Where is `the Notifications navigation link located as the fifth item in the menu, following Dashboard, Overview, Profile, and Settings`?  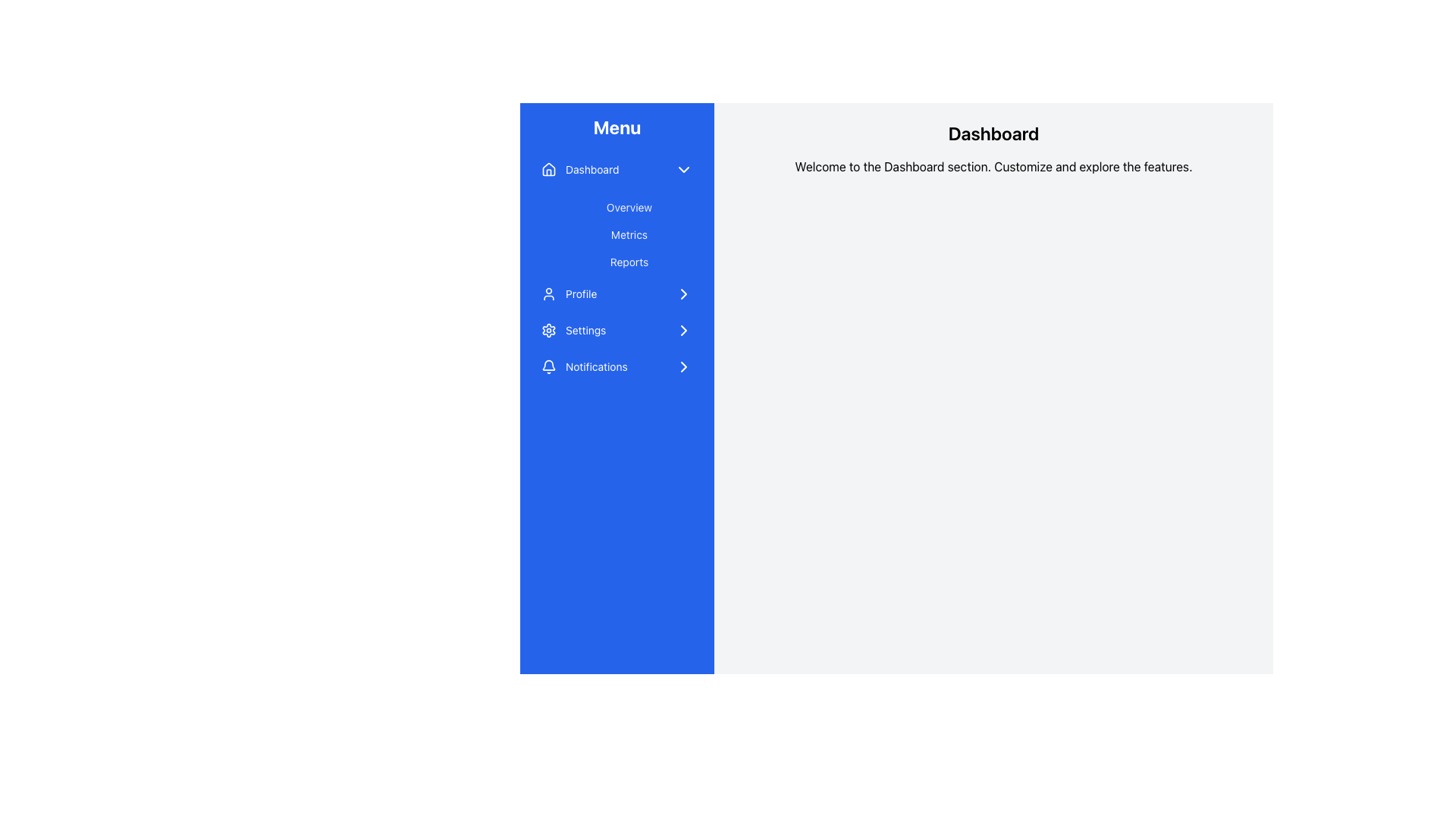
the Notifications navigation link located as the fifth item in the menu, following Dashboard, Overview, Profile, and Settings is located at coordinates (617, 366).